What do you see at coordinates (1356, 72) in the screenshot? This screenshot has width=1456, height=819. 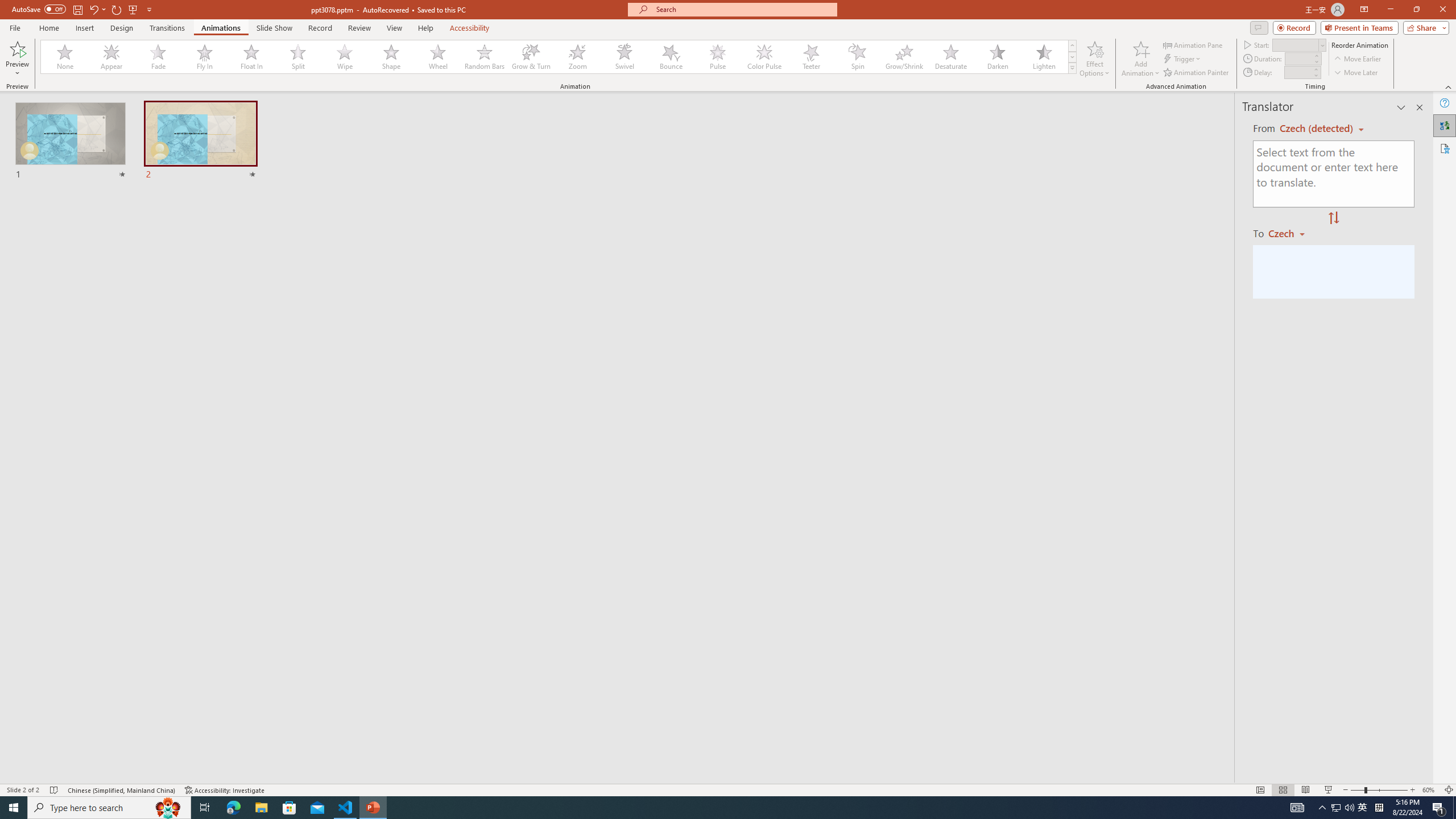 I see `'Move Later'` at bounding box center [1356, 72].